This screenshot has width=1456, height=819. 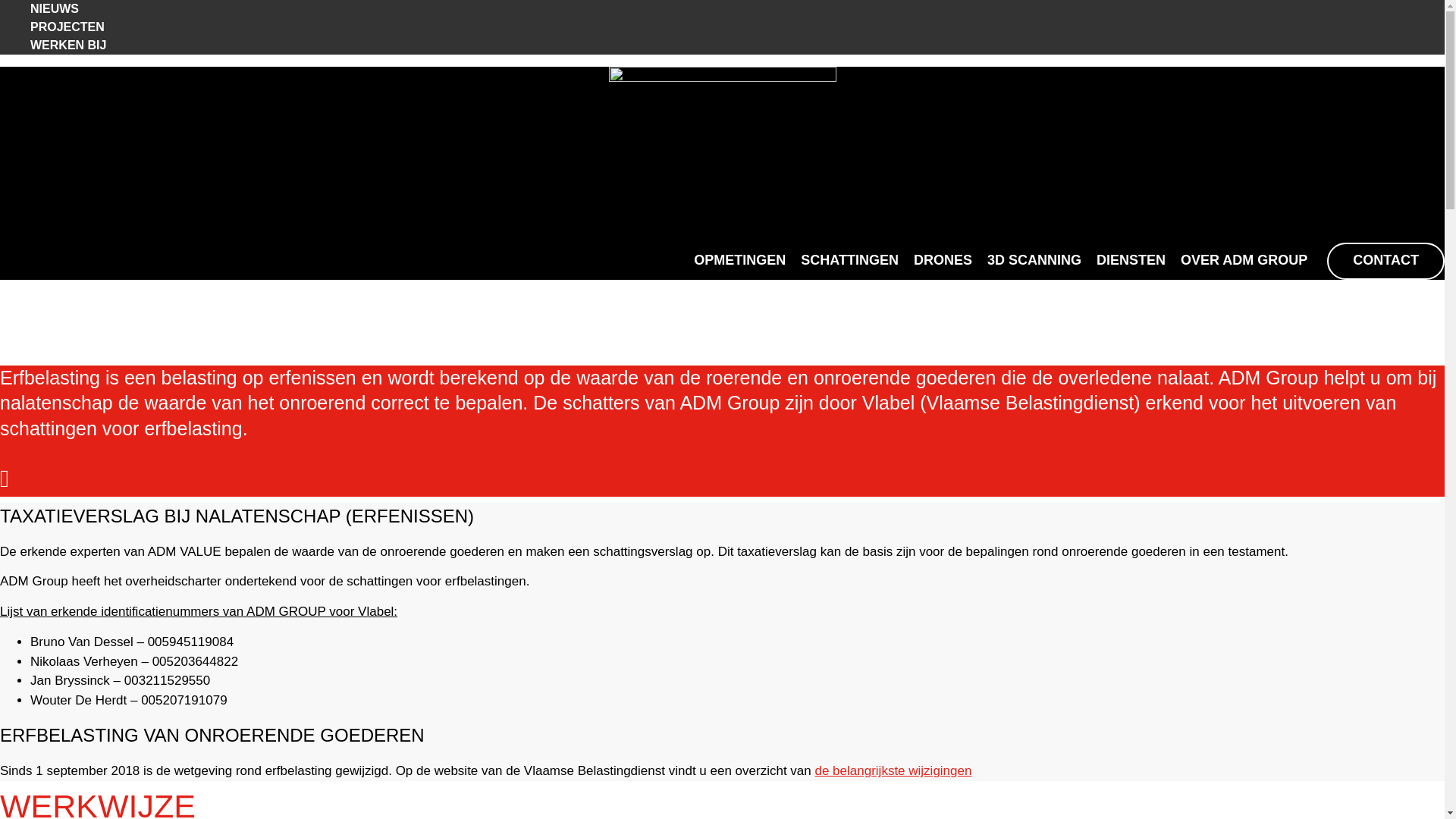 I want to click on 'SCHATTINGEN', so click(x=849, y=260).